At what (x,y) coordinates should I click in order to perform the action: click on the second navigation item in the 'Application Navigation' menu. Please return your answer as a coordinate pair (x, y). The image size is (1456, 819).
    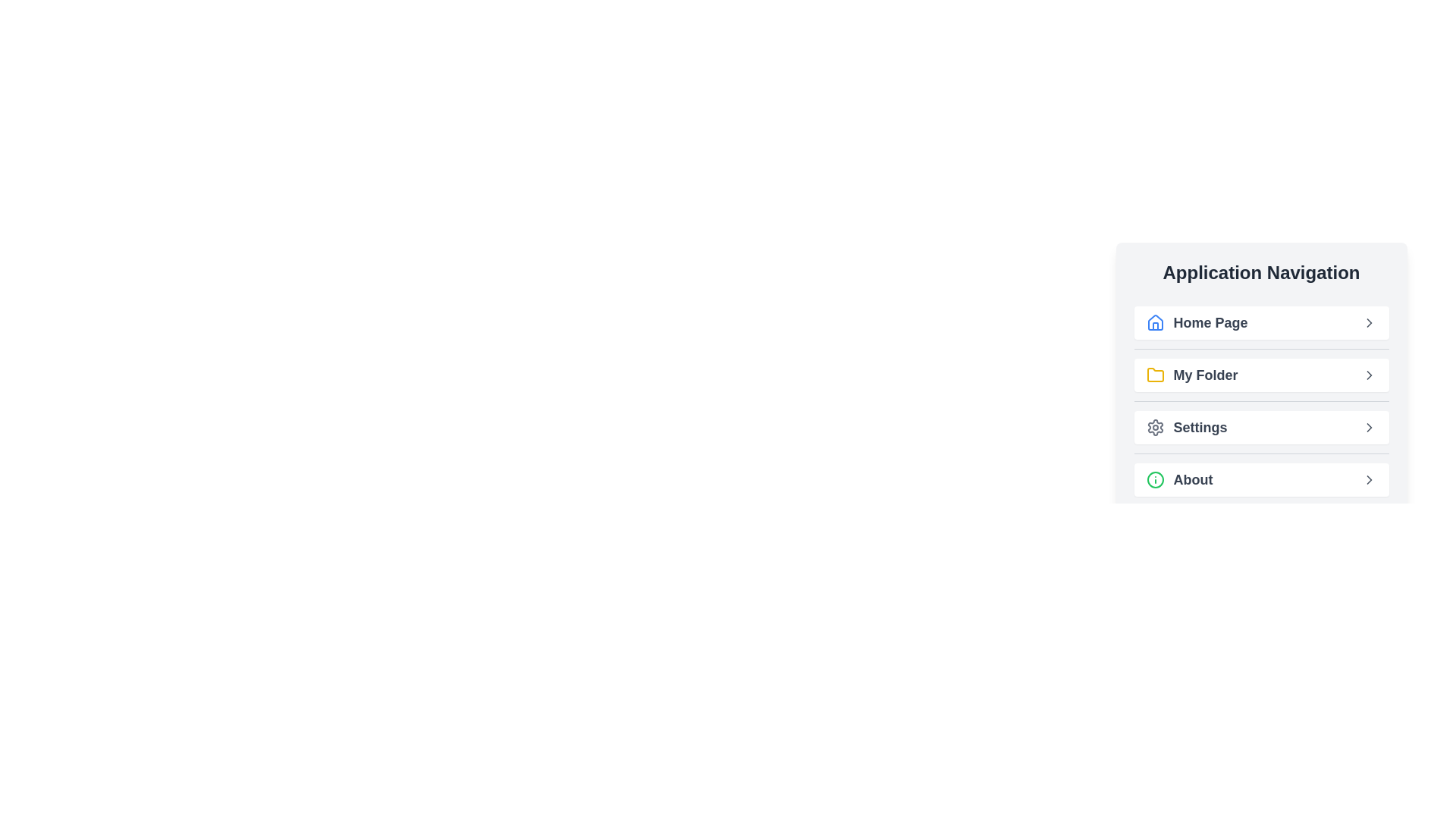
    Looking at the image, I should click on (1261, 400).